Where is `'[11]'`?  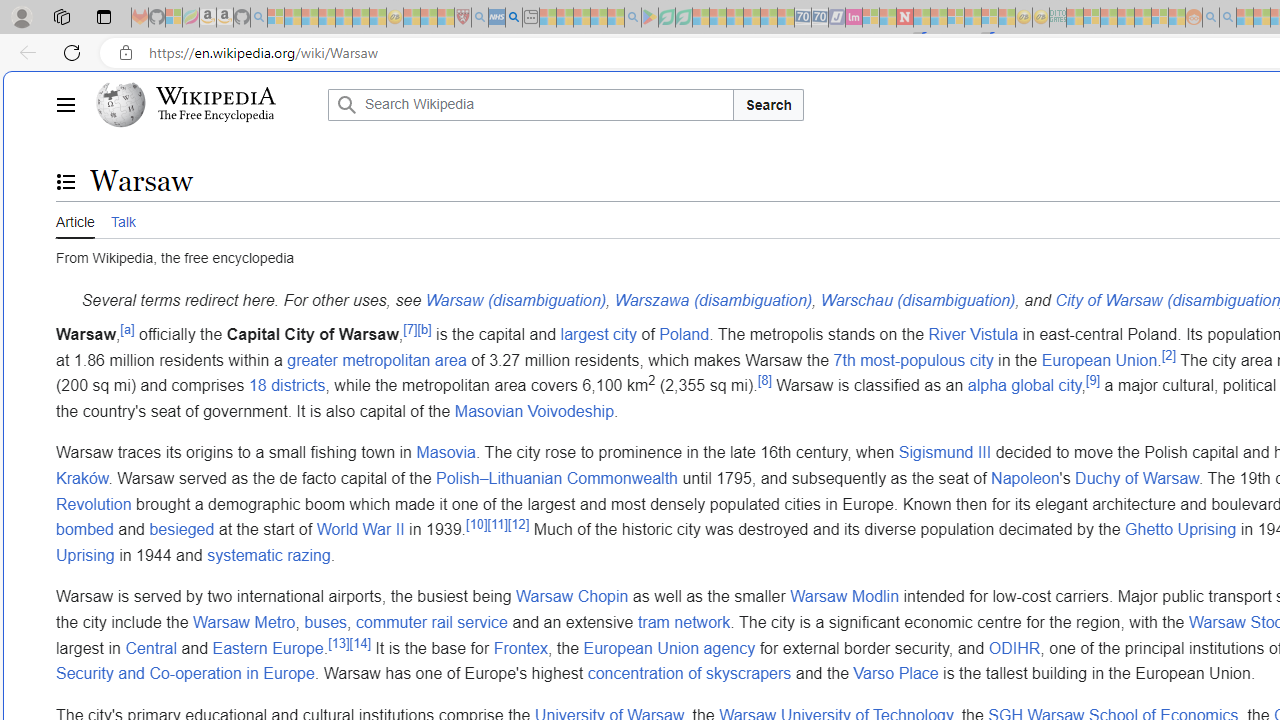 '[11]' is located at coordinates (497, 523).